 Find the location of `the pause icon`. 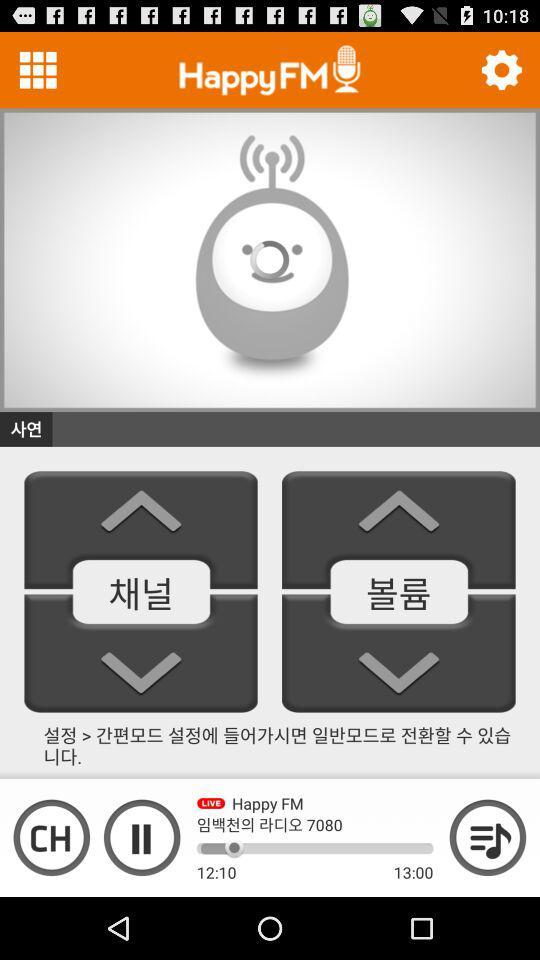

the pause icon is located at coordinates (141, 895).